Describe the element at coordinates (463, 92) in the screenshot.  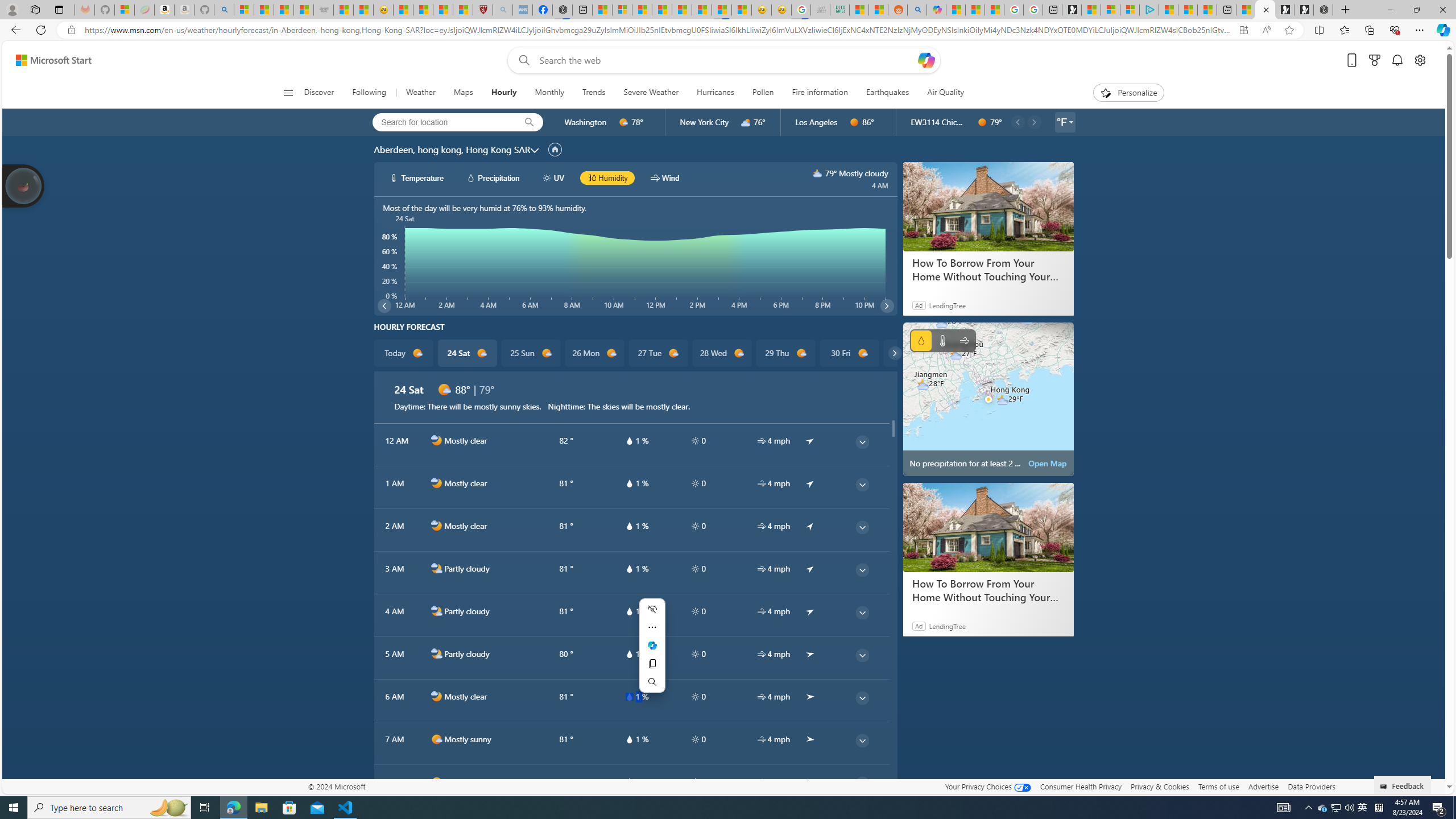
I see `'Maps'` at that location.